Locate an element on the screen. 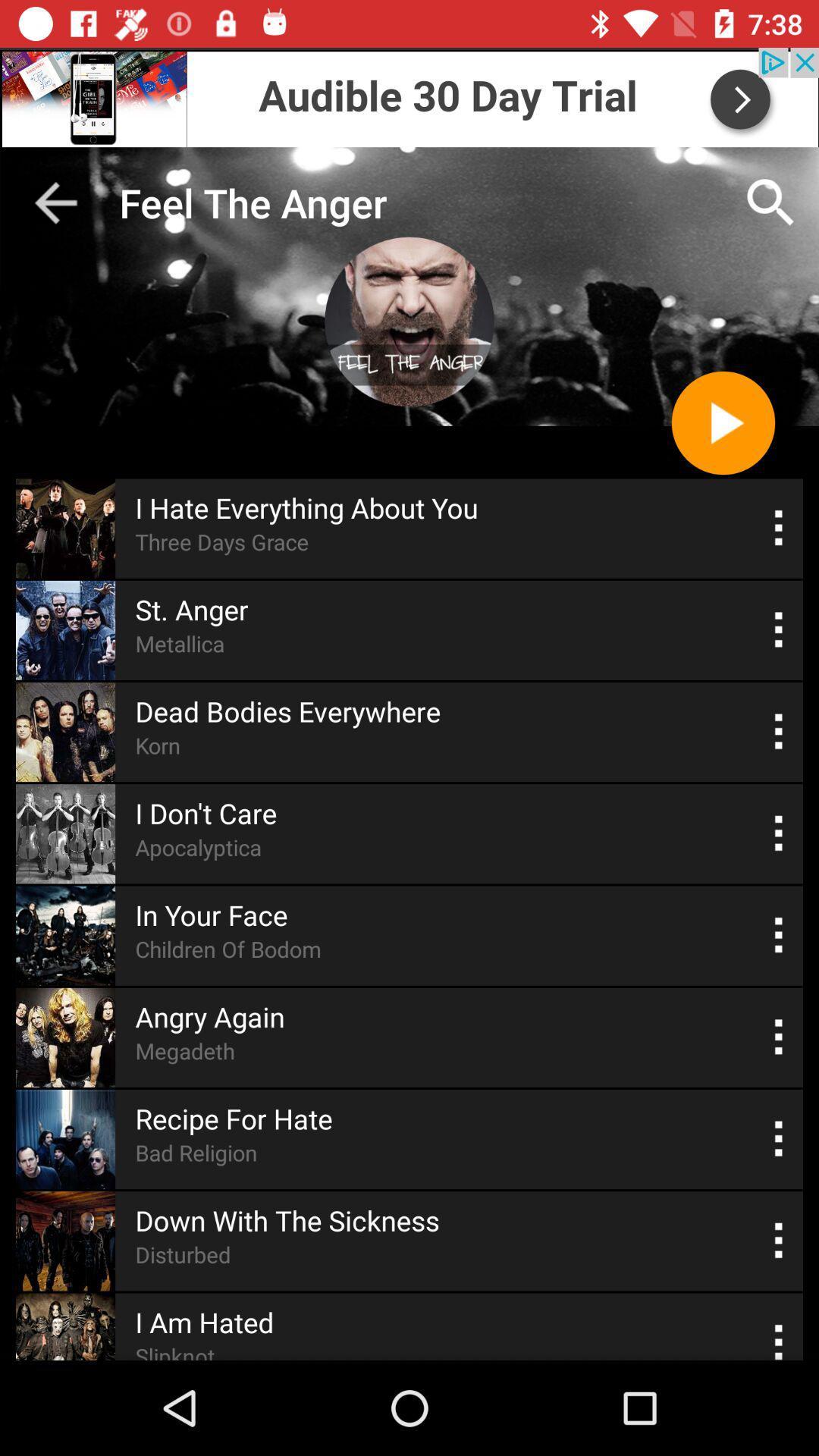  more options is located at coordinates (779, 934).